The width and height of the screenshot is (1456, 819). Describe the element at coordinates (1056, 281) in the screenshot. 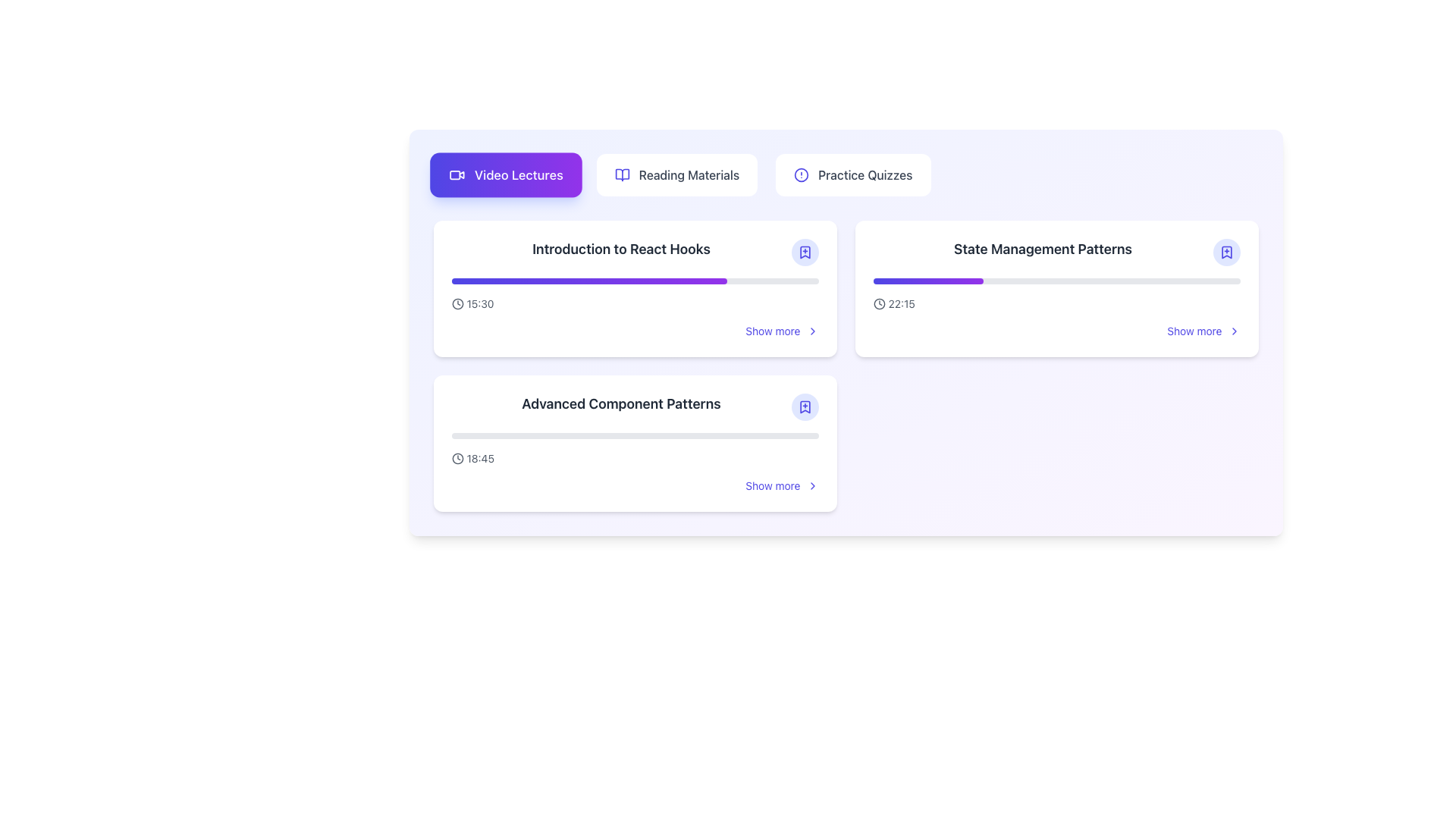

I see `the horizontal progress indicator with rounded edges, which is located below the text 'State Management Patterns' and above the time text '22:15'` at that location.